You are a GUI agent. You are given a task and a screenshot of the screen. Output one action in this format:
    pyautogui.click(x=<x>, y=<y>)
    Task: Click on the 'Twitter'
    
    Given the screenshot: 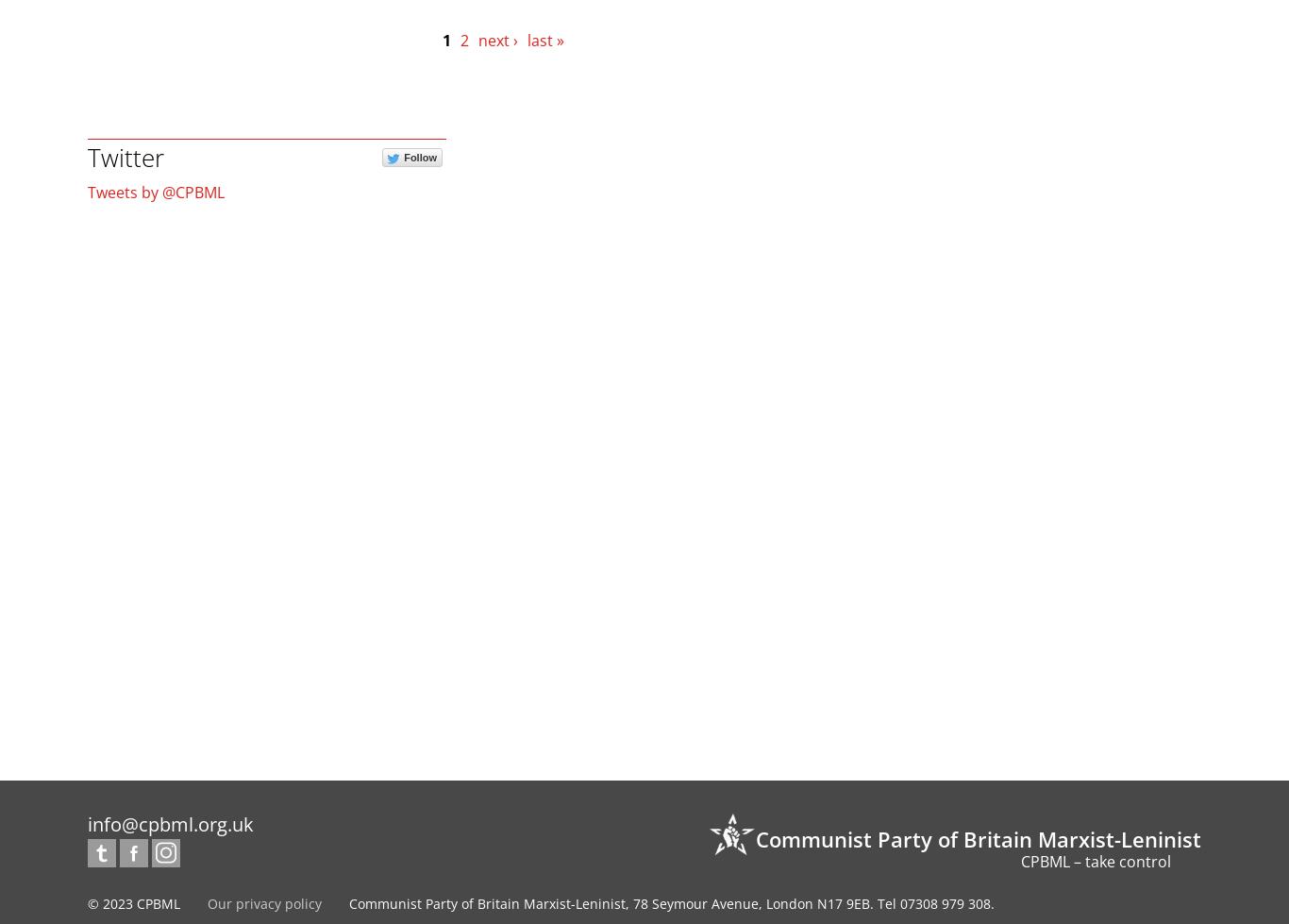 What is the action you would take?
    pyautogui.click(x=125, y=157)
    